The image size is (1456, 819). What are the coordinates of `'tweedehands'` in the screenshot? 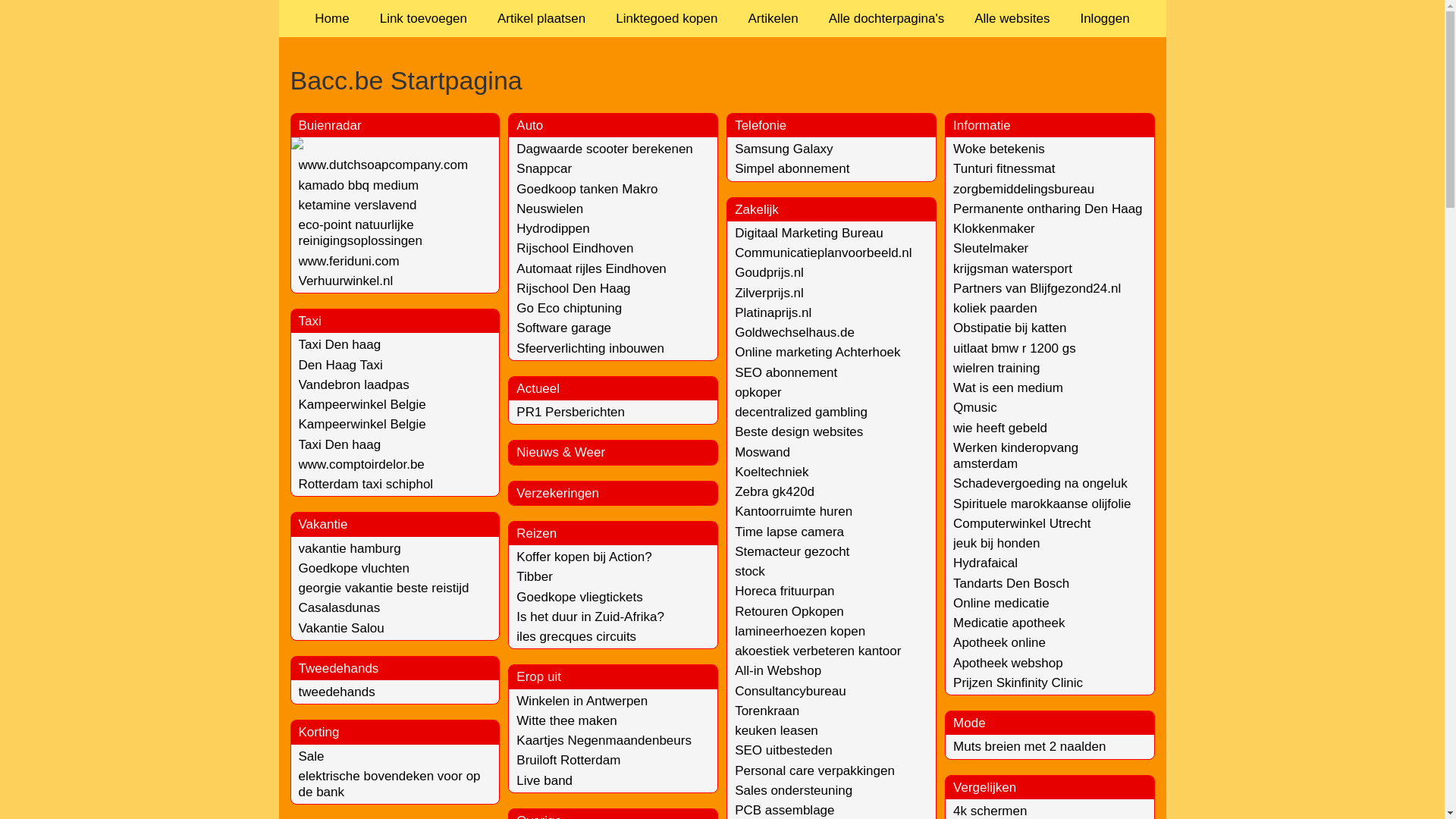 It's located at (298, 692).